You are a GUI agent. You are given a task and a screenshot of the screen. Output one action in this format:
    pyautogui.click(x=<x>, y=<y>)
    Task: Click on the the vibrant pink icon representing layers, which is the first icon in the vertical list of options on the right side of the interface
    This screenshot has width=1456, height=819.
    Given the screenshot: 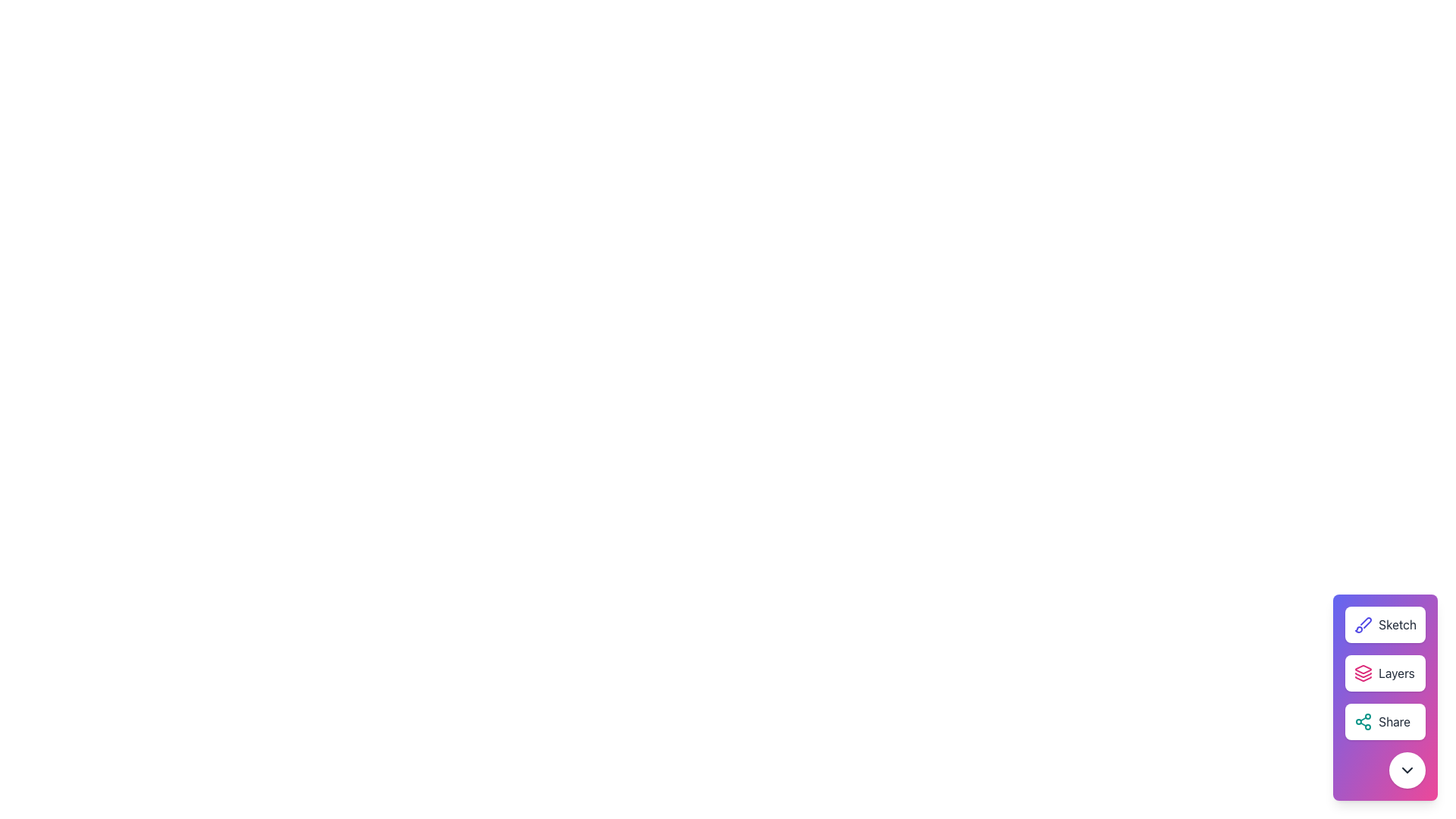 What is the action you would take?
    pyautogui.click(x=1363, y=672)
    